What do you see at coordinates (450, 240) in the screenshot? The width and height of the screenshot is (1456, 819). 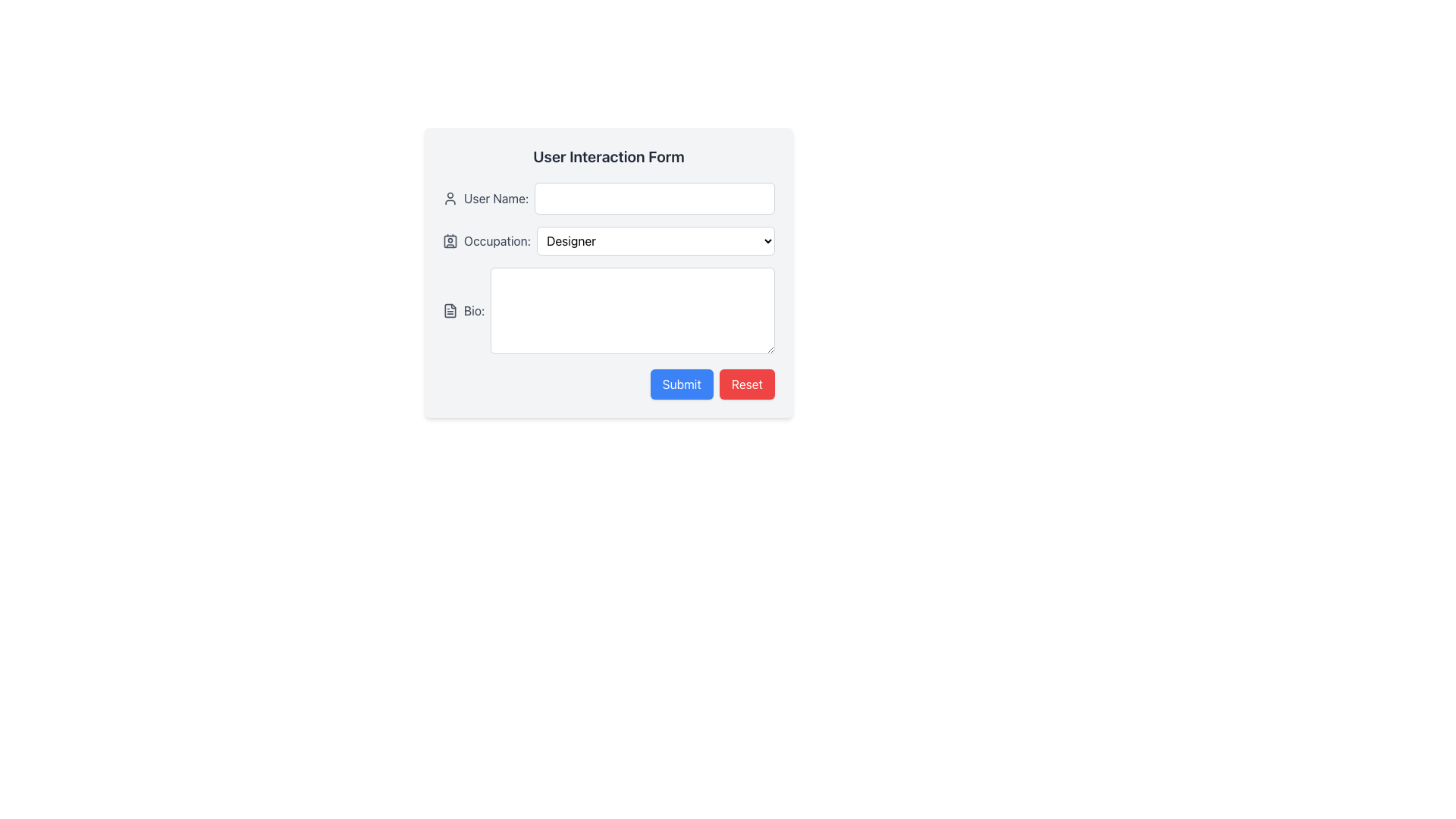 I see `the small square-shaped icon with a light gray border and a contact card symbol, located to the left of the 'Occupation' label in the form layout` at bounding box center [450, 240].